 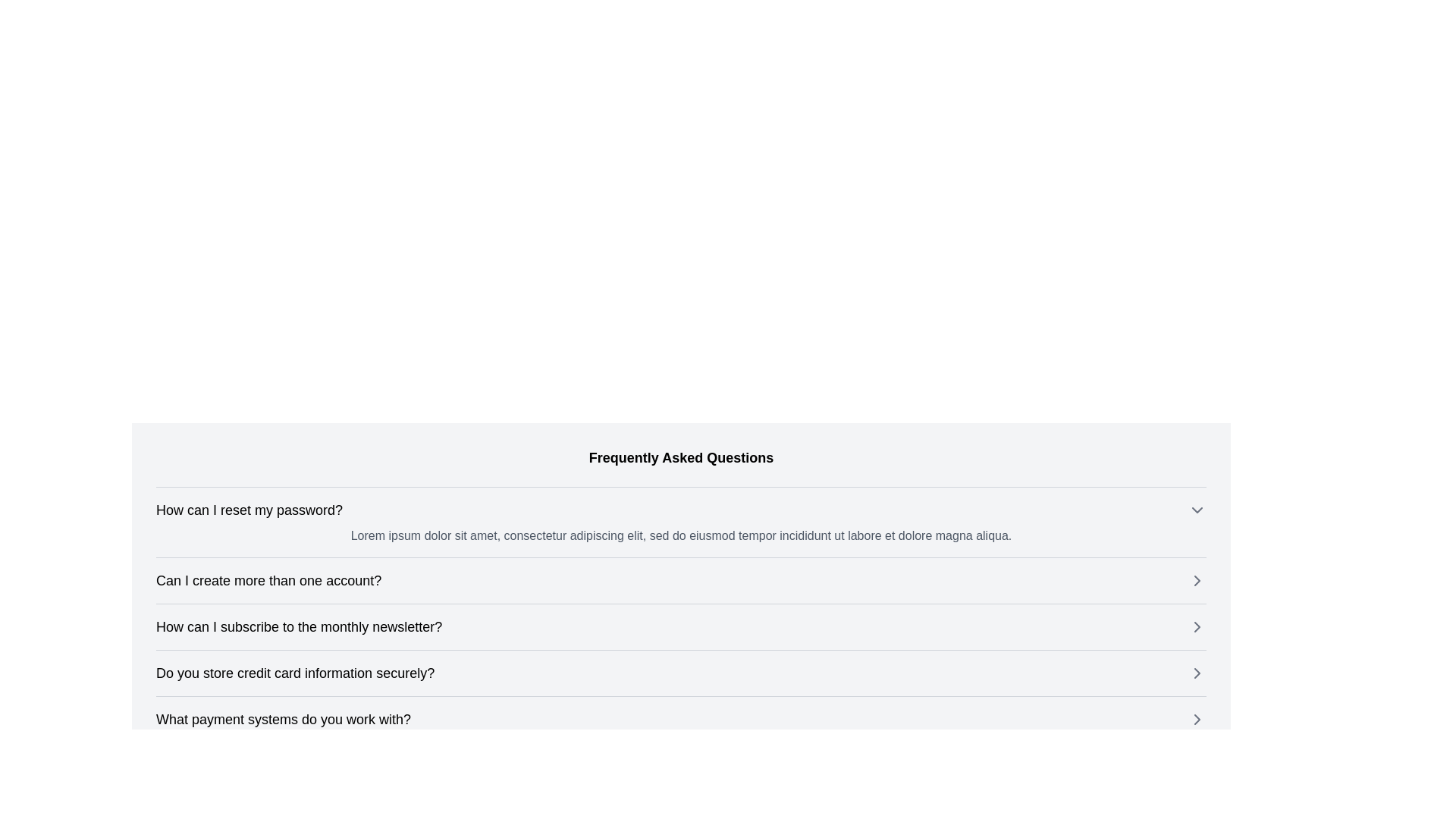 What do you see at coordinates (1197, 580) in the screenshot?
I see `the right-facing chevron icon, which is gray and positioned to the far right of the question 'Can I create more than one account?'` at bounding box center [1197, 580].